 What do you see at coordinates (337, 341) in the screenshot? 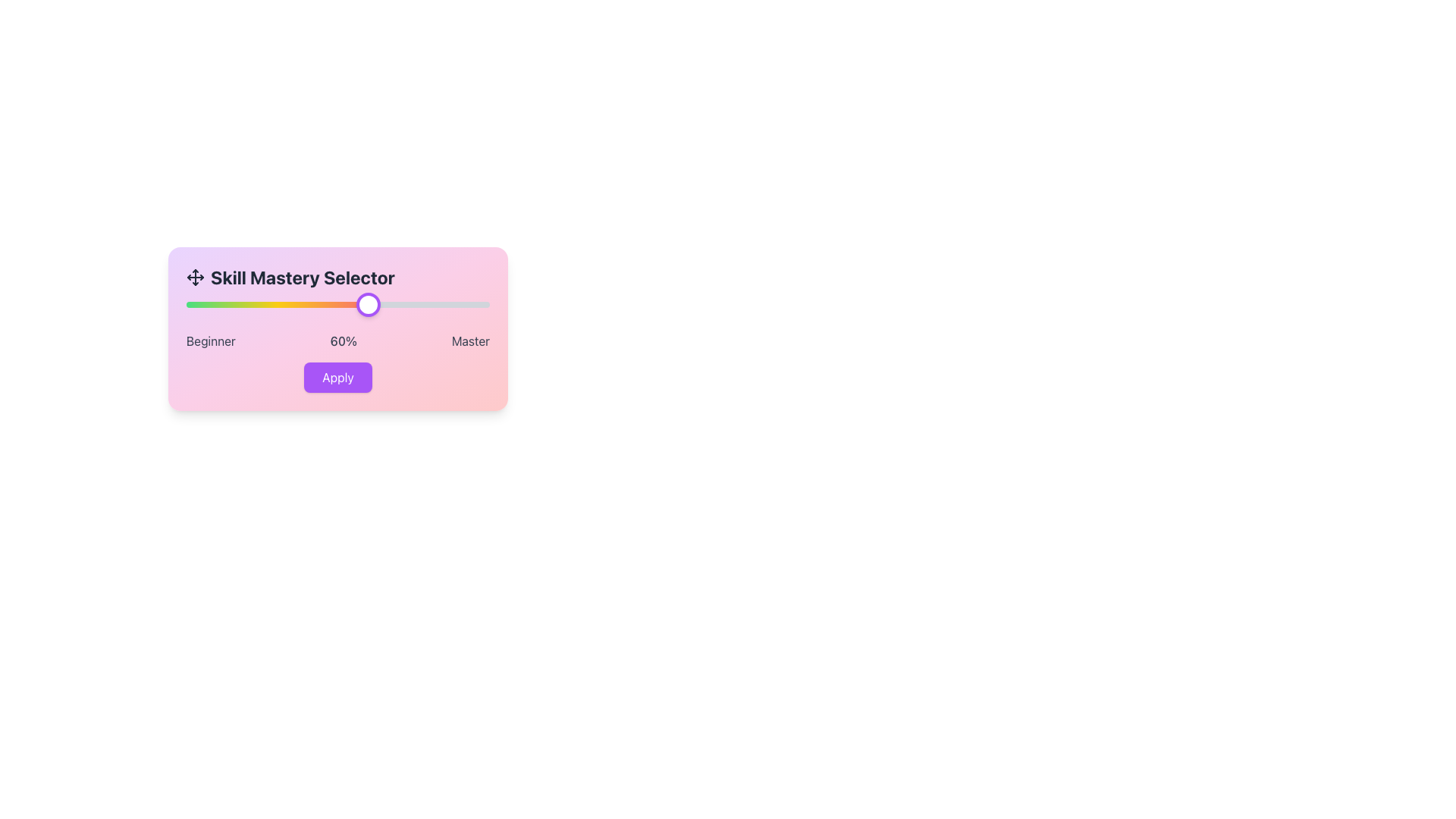
I see `the static label group that indicates skill level, showing the proficiency scale from 'Beginner' to 'Master' with the current selection being 60%` at bounding box center [337, 341].